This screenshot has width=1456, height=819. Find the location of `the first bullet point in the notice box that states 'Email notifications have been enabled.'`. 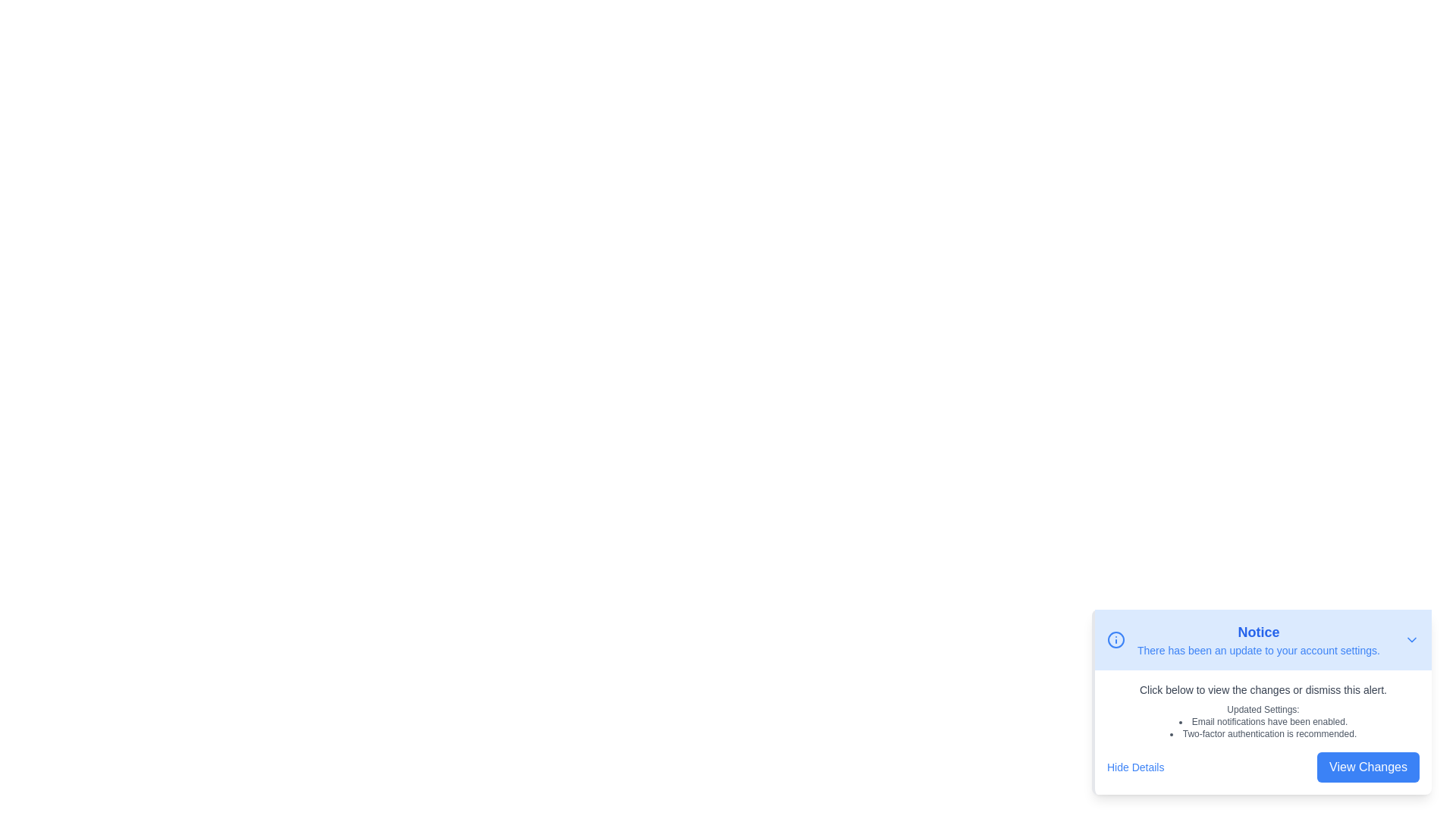

the first bullet point in the notice box that states 'Email notifications have been enabled.' is located at coordinates (1263, 721).